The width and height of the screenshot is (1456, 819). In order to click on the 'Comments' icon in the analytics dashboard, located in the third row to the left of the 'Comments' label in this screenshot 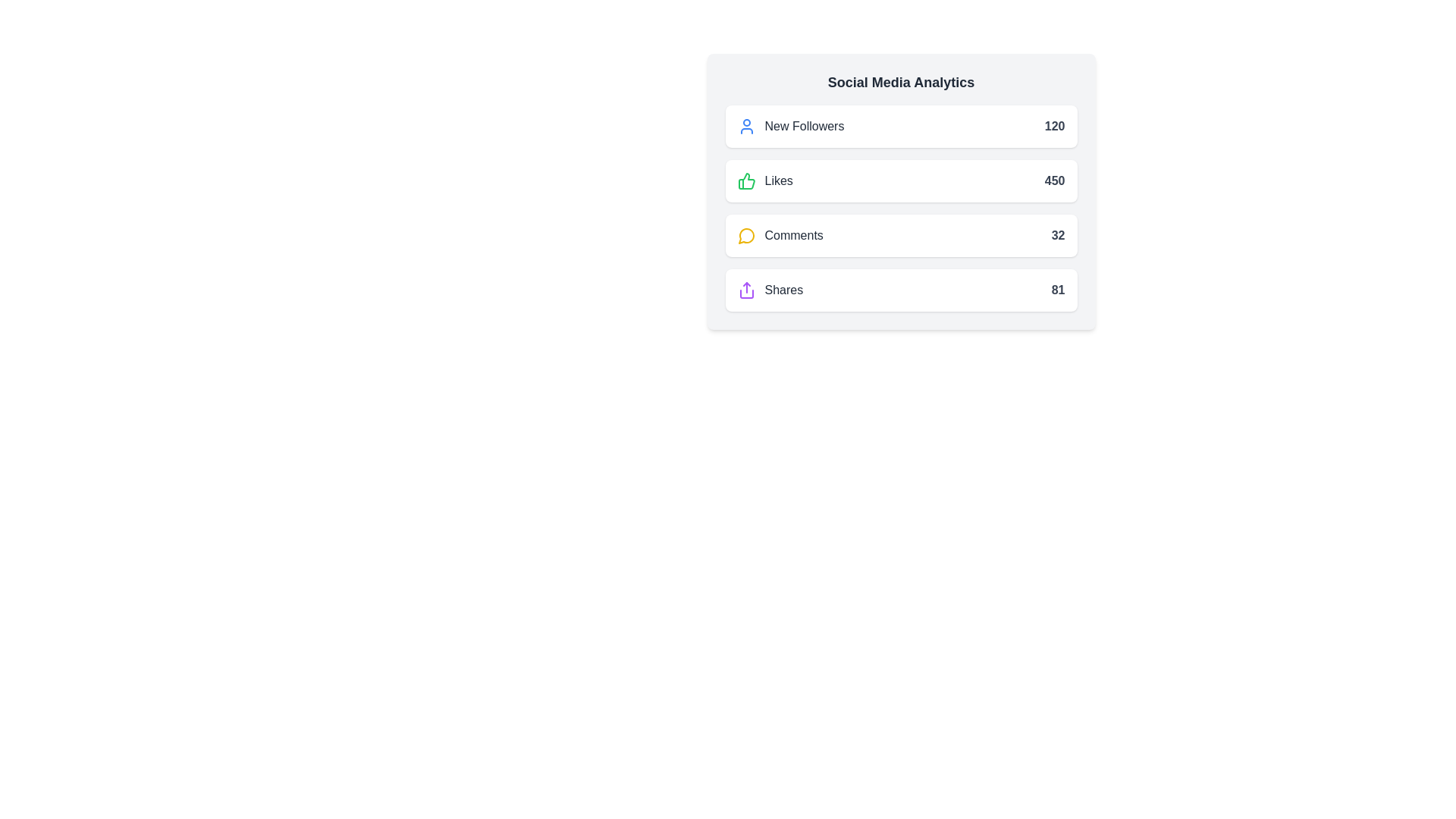, I will do `click(745, 236)`.